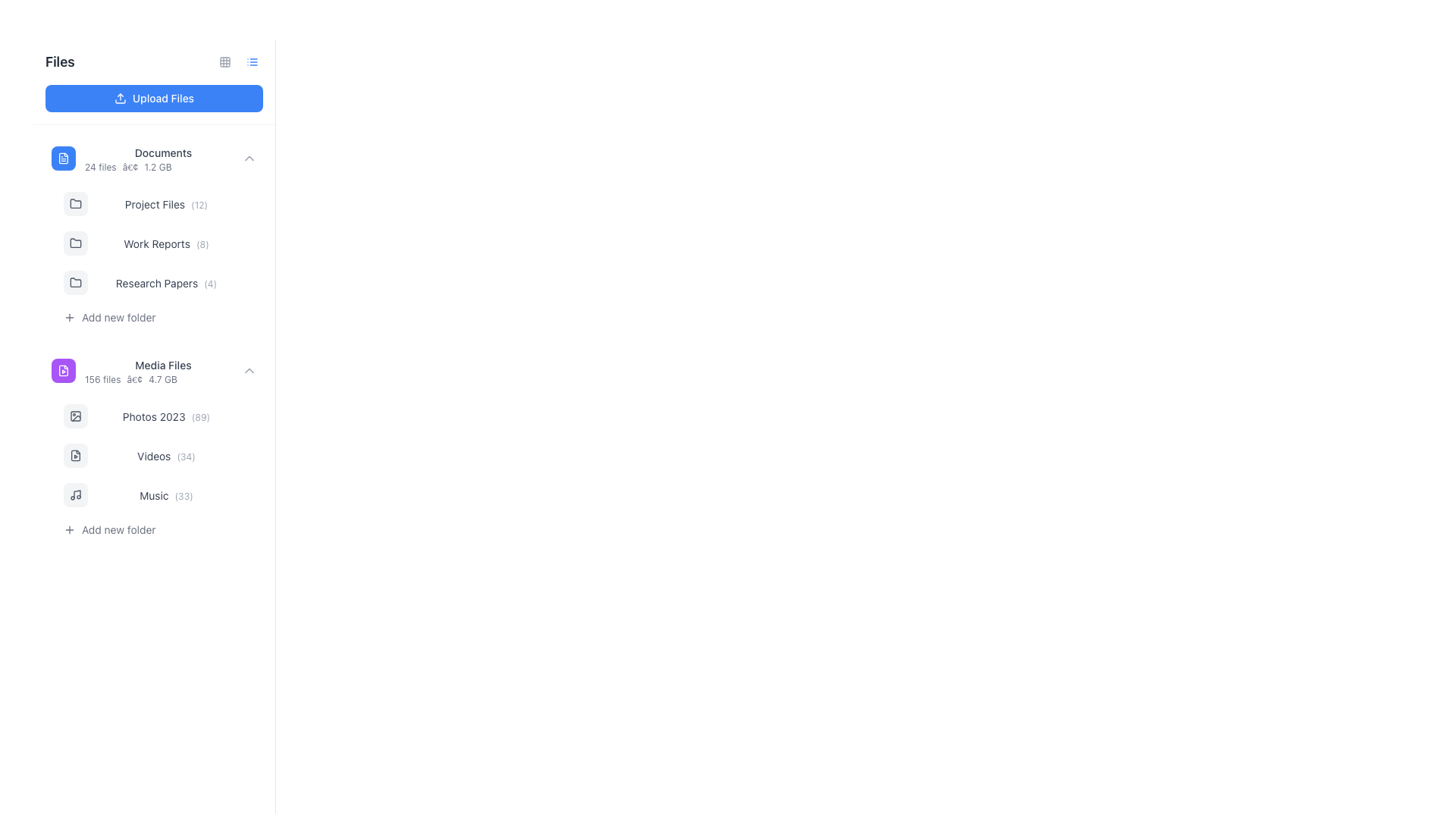  I want to click on decorative vector graphic representing a document icon, located adjacent to the text label 'Documents', so click(62, 158).